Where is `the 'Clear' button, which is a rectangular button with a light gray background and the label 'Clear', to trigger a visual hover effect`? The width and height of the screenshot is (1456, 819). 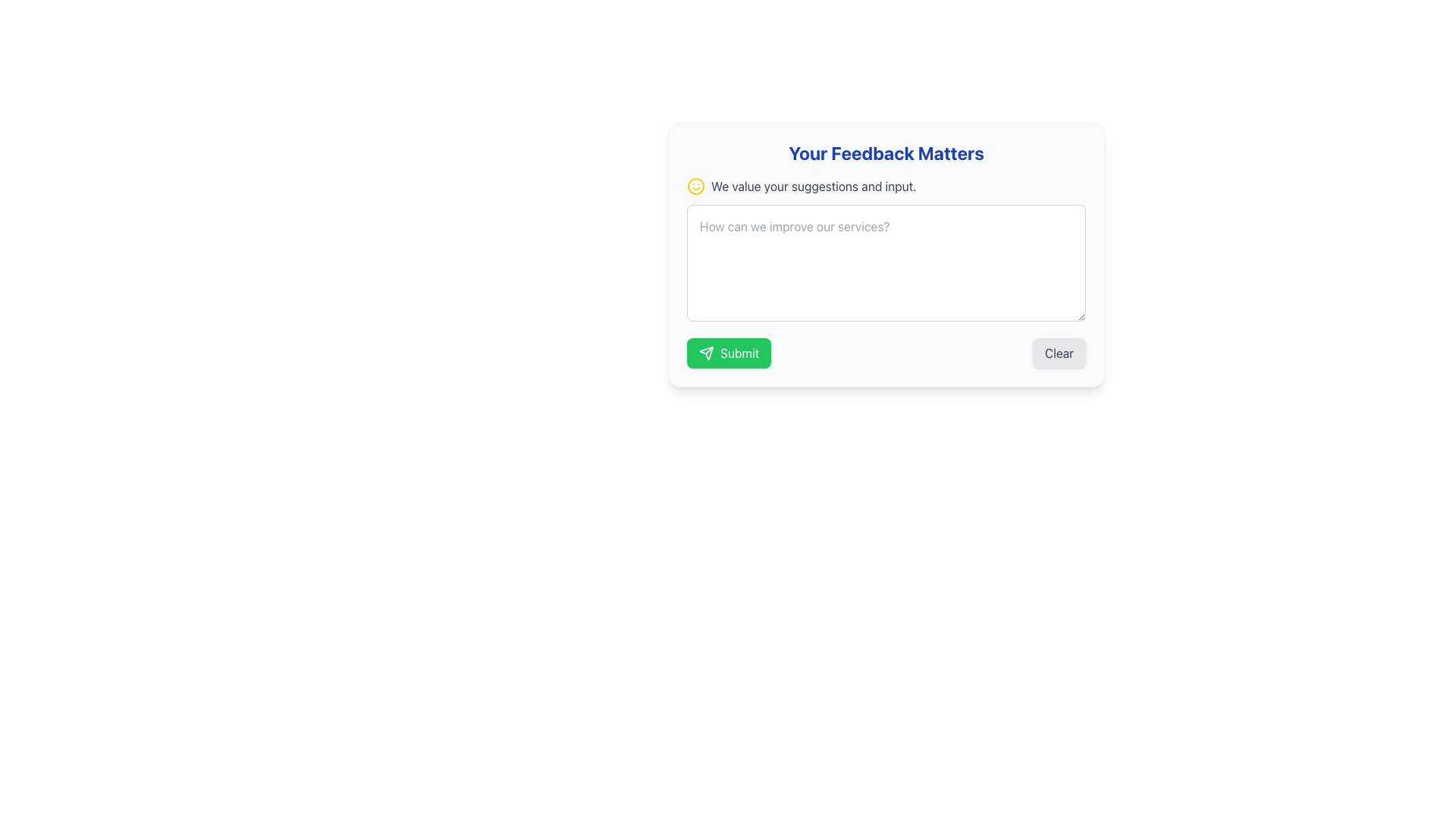
the 'Clear' button, which is a rectangular button with a light gray background and the label 'Clear', to trigger a visual hover effect is located at coordinates (1058, 353).